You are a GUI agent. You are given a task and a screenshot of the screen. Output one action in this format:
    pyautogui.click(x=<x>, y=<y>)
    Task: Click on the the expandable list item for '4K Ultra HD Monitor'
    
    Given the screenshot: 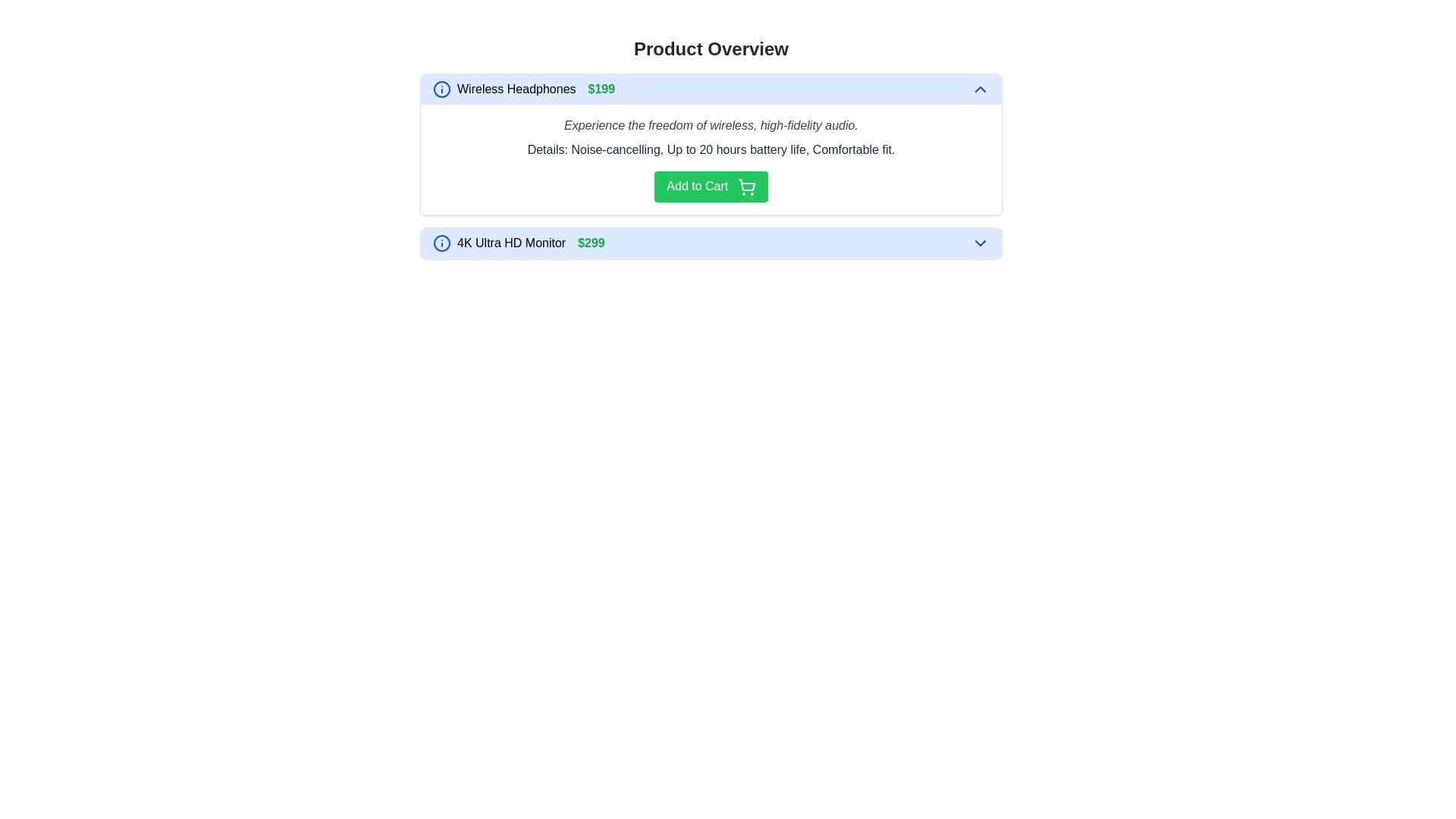 What is the action you would take?
    pyautogui.click(x=710, y=242)
    